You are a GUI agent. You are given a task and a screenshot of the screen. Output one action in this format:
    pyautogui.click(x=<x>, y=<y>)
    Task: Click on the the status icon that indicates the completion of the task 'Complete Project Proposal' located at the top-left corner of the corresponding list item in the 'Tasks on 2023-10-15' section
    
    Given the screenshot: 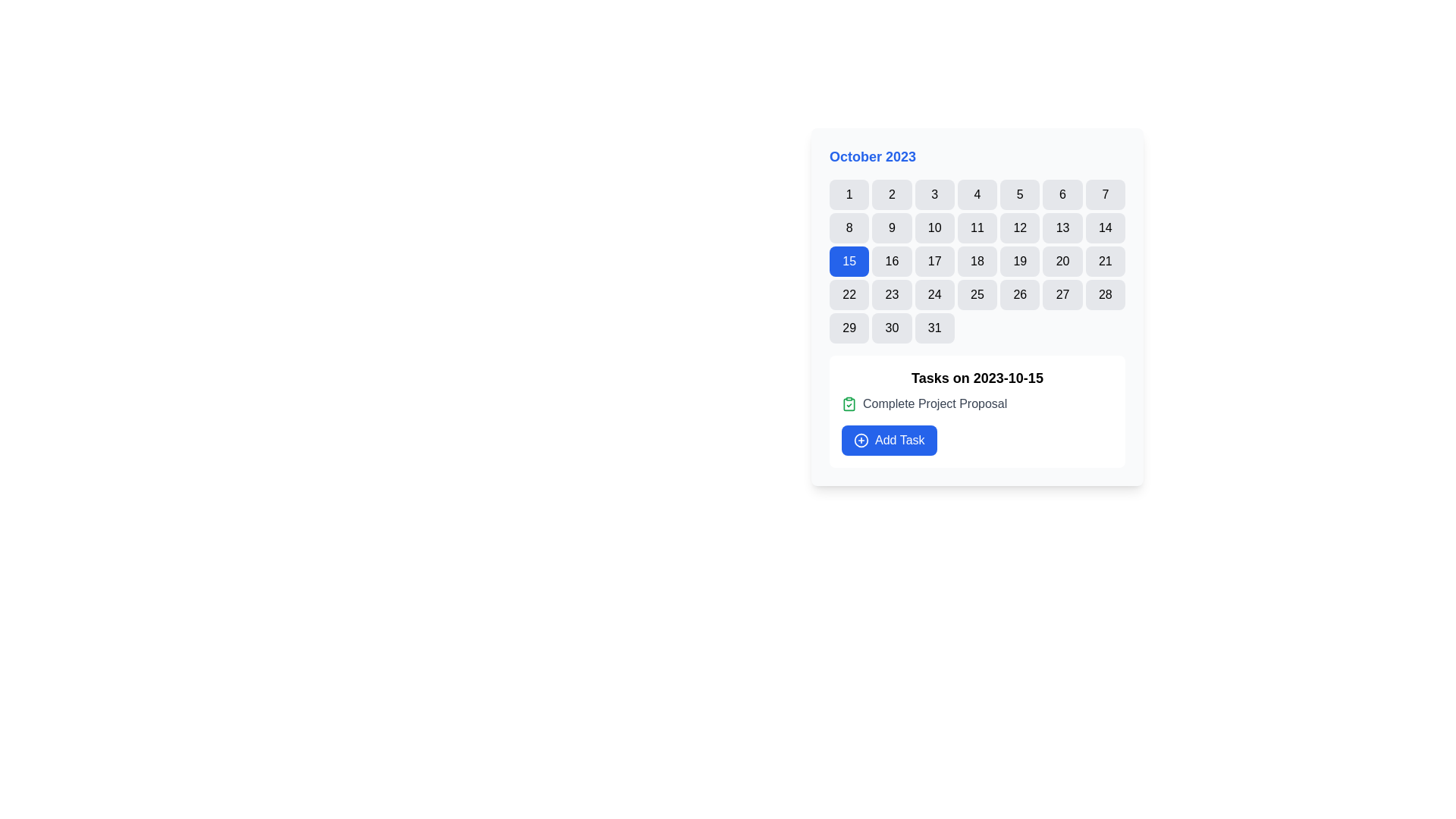 What is the action you would take?
    pyautogui.click(x=848, y=403)
    